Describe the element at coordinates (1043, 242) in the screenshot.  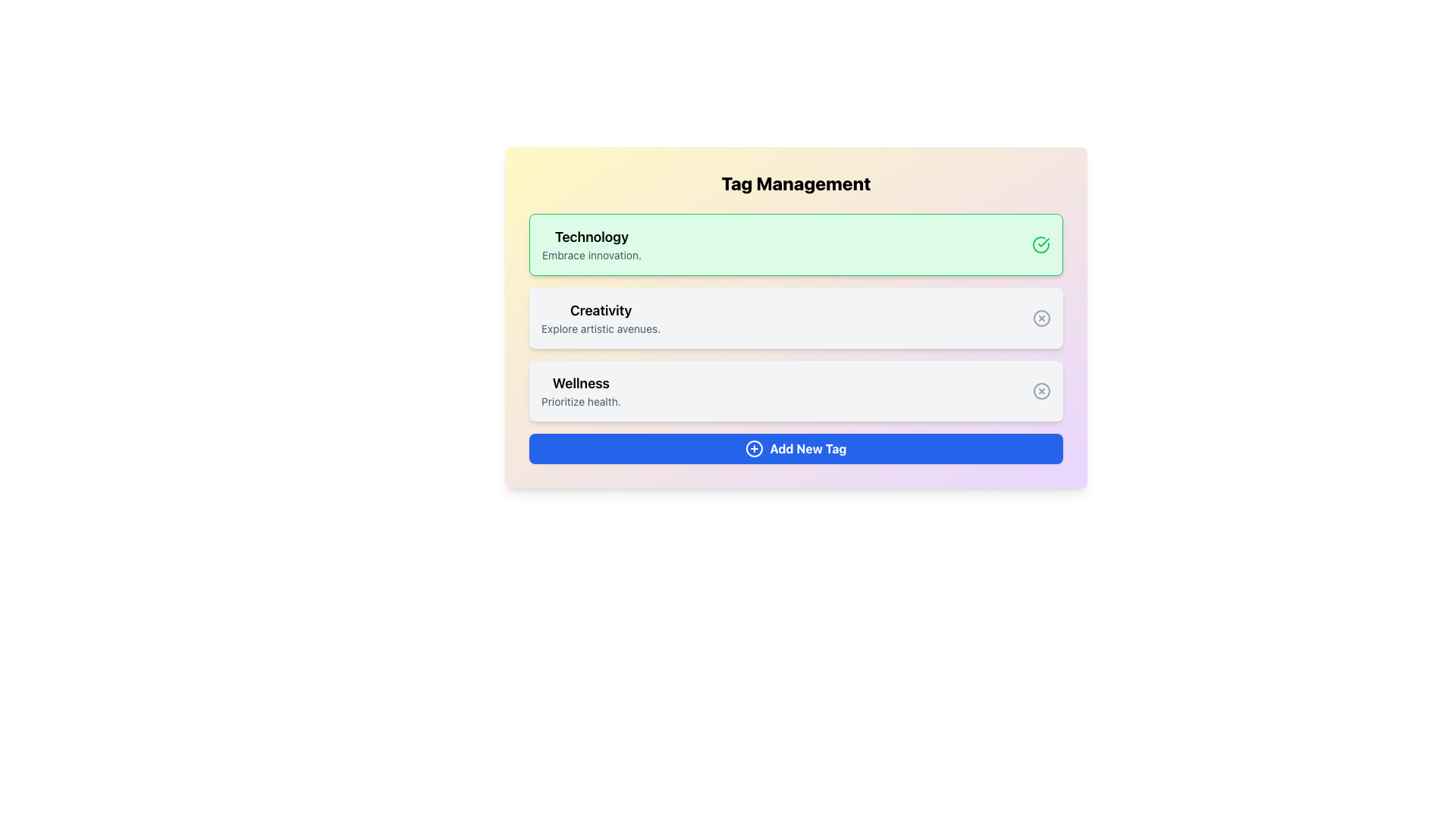
I see `the green checkmark icon indicating the active 'Technology' menu entry in the top-right corner of the menu` at that location.